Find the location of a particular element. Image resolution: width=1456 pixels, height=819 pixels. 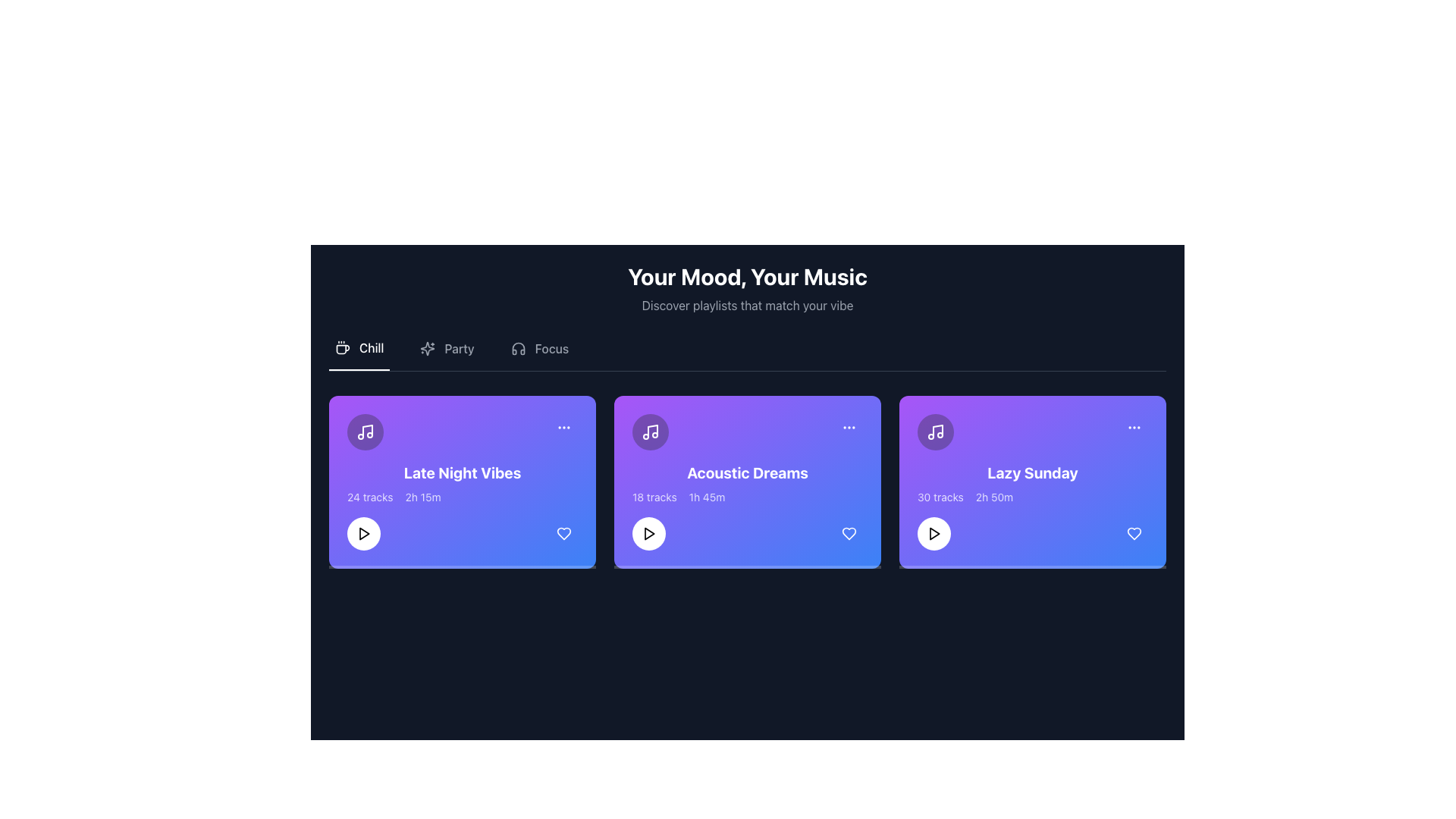

the heart-shaped button outlined in white with a blue background at the bottom-right corner of the 'Lazy Sunday' box to mark it as favorite is located at coordinates (1134, 533).